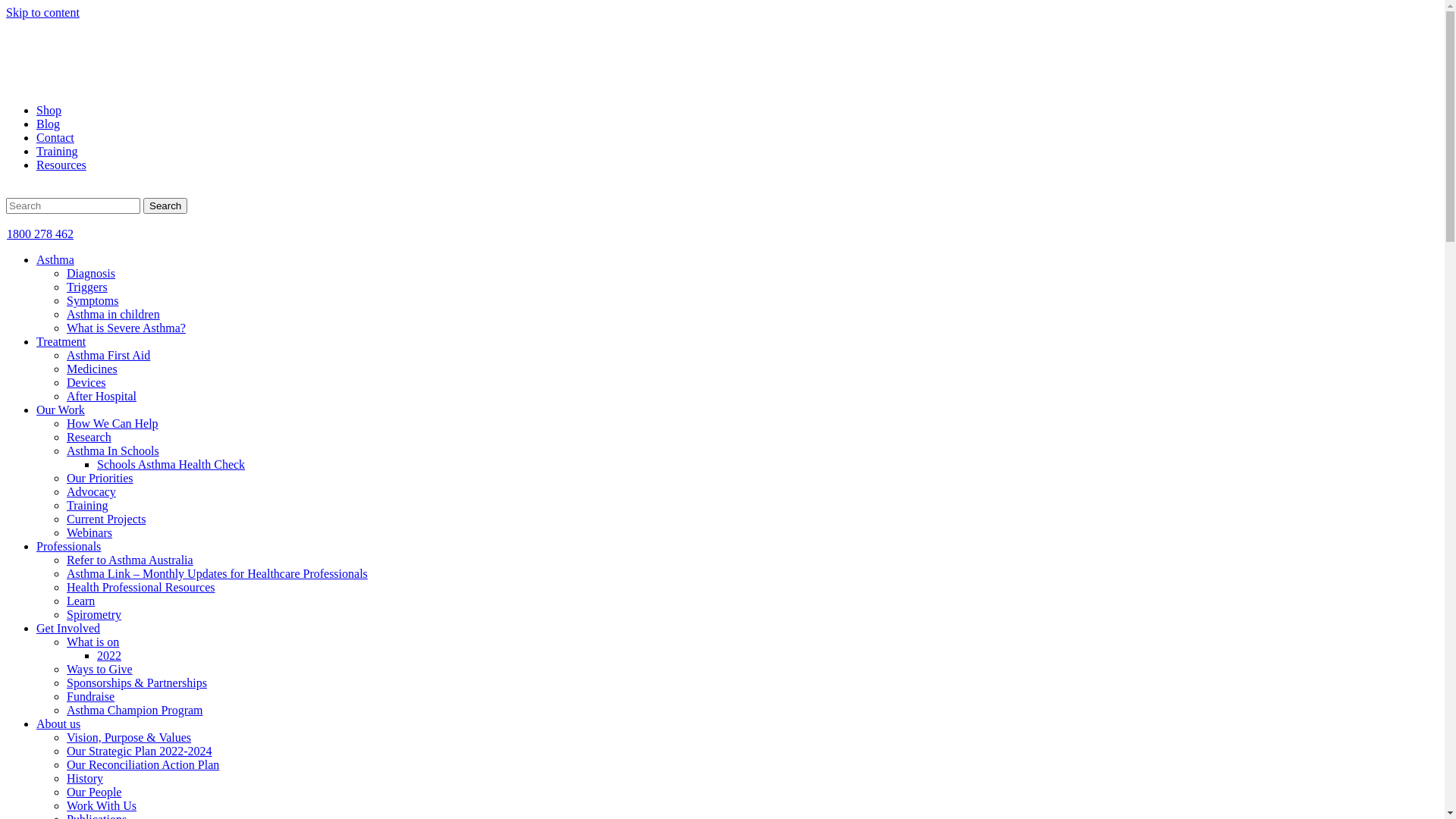  I want to click on 'Resources', so click(61, 165).